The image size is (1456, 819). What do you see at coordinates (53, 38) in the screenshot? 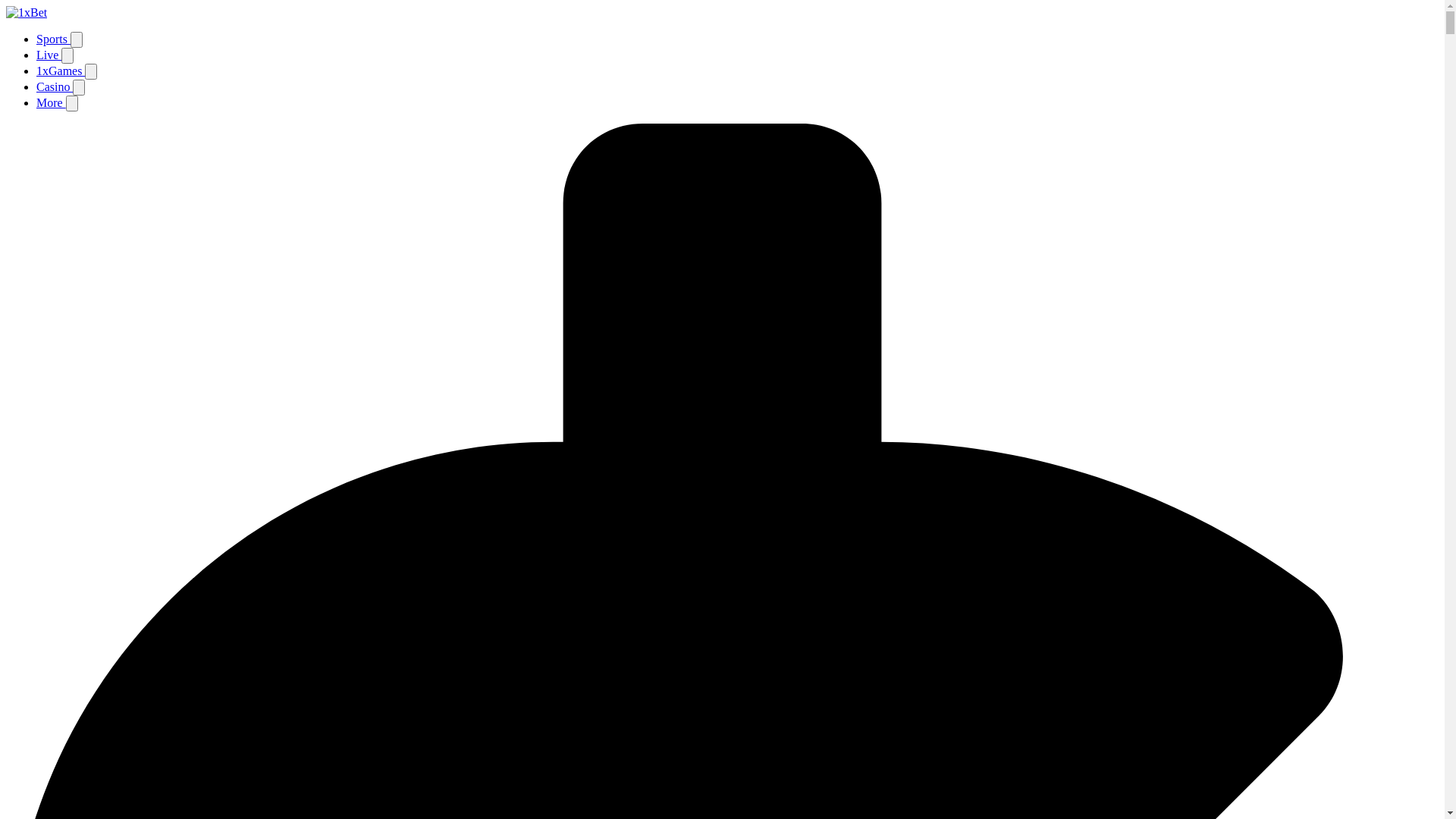
I see `'Sports'` at bounding box center [53, 38].